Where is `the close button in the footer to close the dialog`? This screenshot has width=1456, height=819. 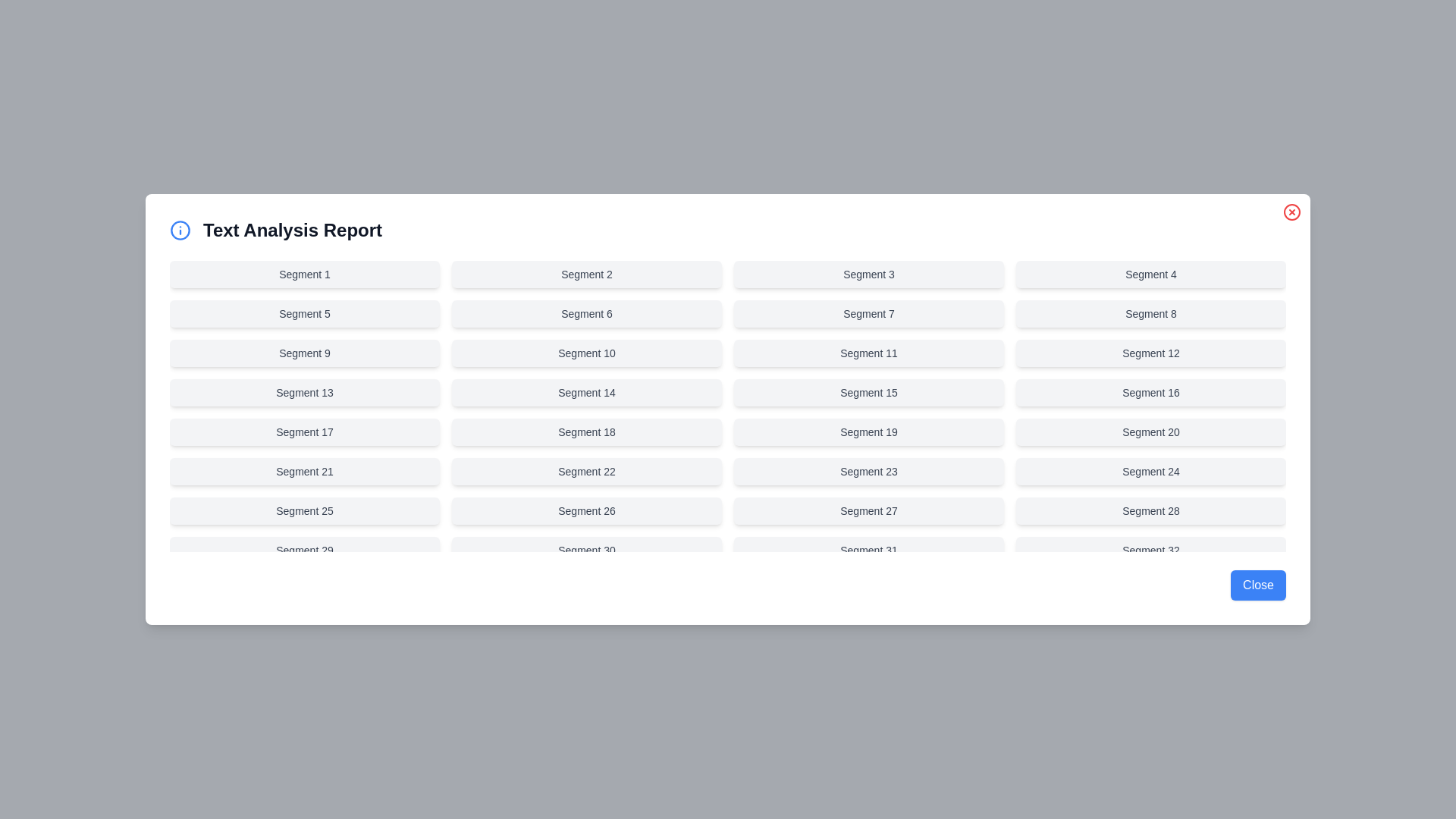
the close button in the footer to close the dialog is located at coordinates (1258, 584).